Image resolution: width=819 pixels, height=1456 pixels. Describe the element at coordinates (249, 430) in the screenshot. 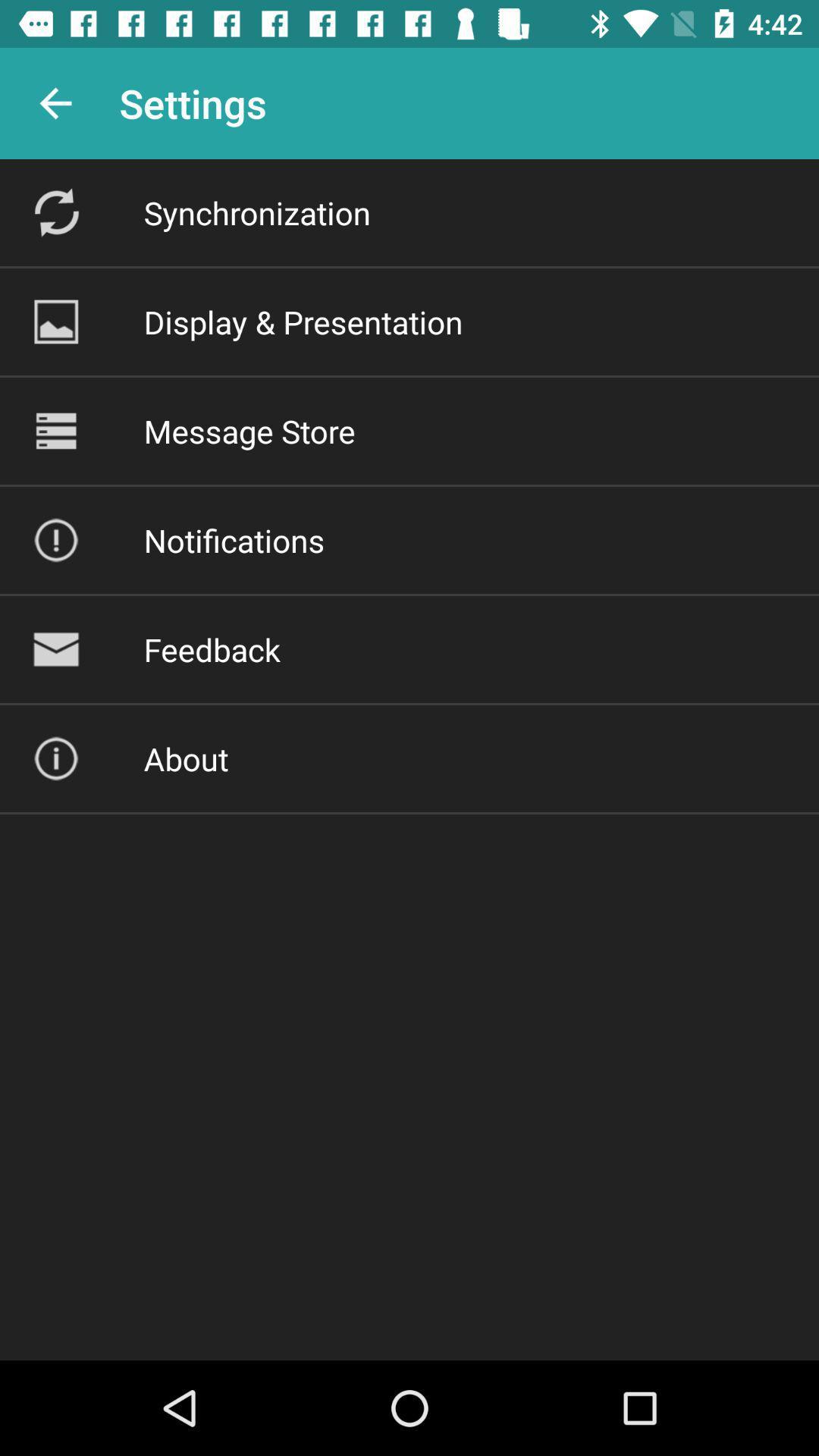

I see `the item below the display & presentation` at that location.